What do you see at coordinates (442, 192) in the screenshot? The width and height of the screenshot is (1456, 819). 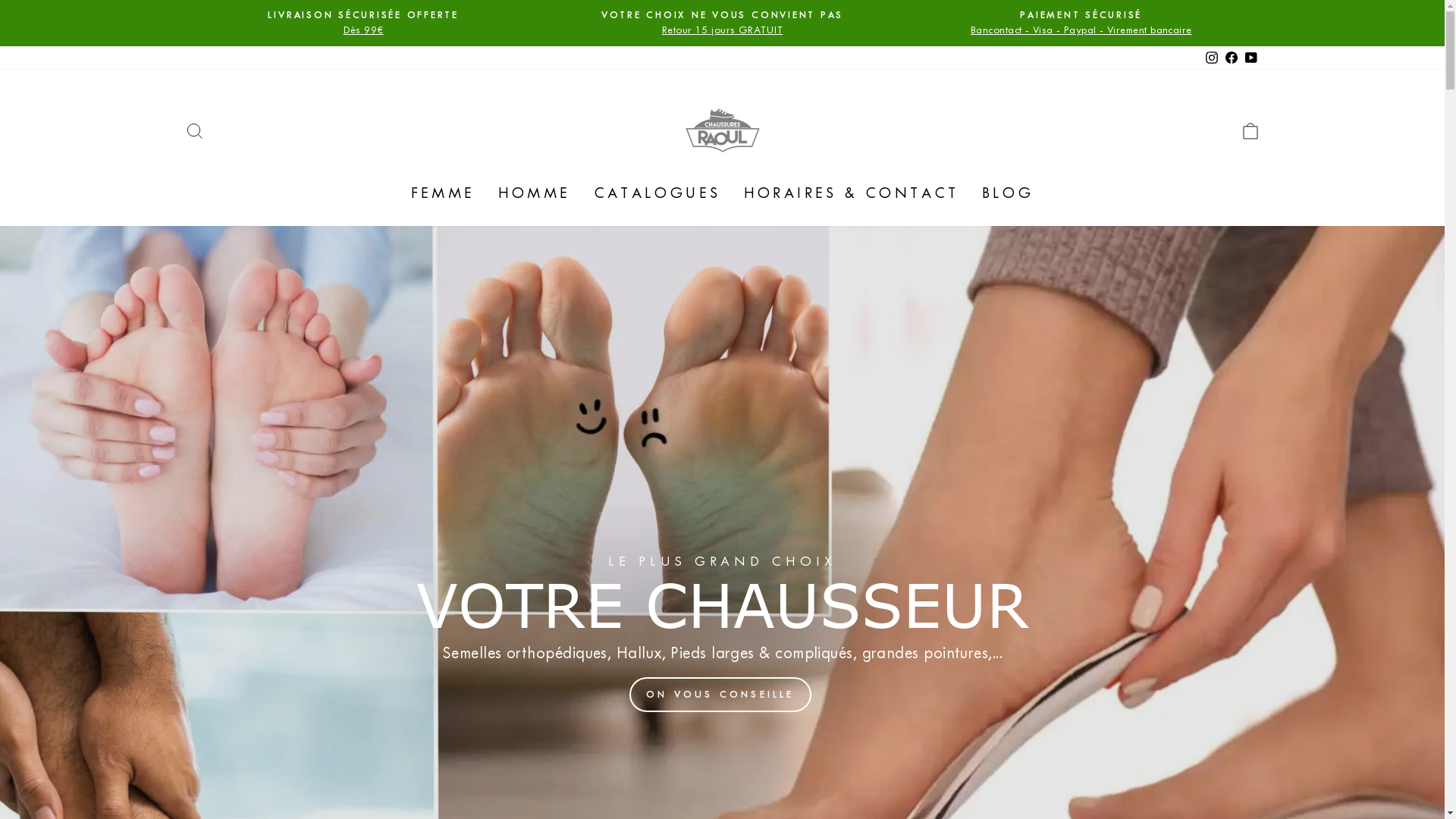 I see `'FEMME'` at bounding box center [442, 192].